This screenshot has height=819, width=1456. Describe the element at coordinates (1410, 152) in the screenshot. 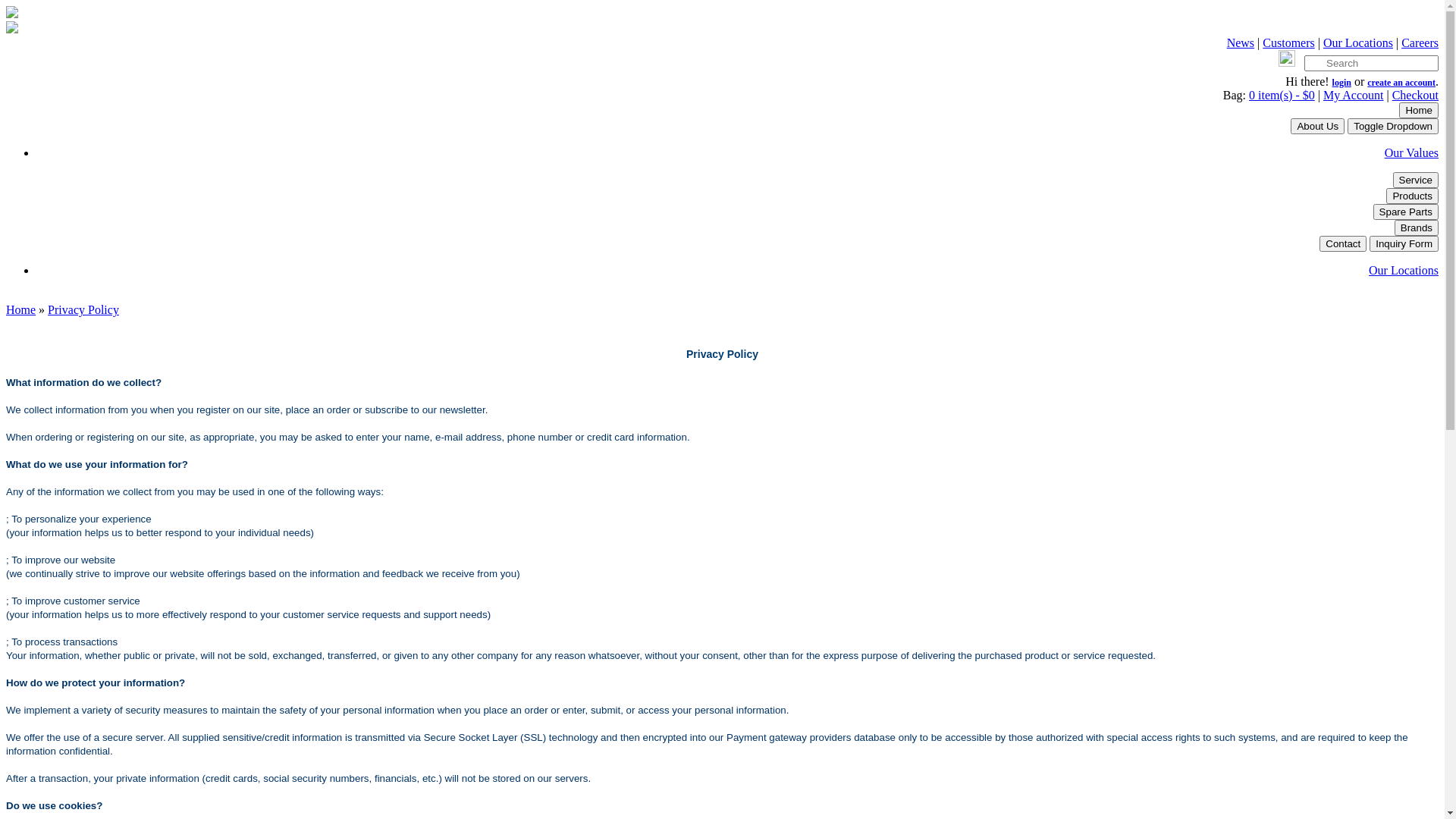

I see `'Our Values'` at that location.